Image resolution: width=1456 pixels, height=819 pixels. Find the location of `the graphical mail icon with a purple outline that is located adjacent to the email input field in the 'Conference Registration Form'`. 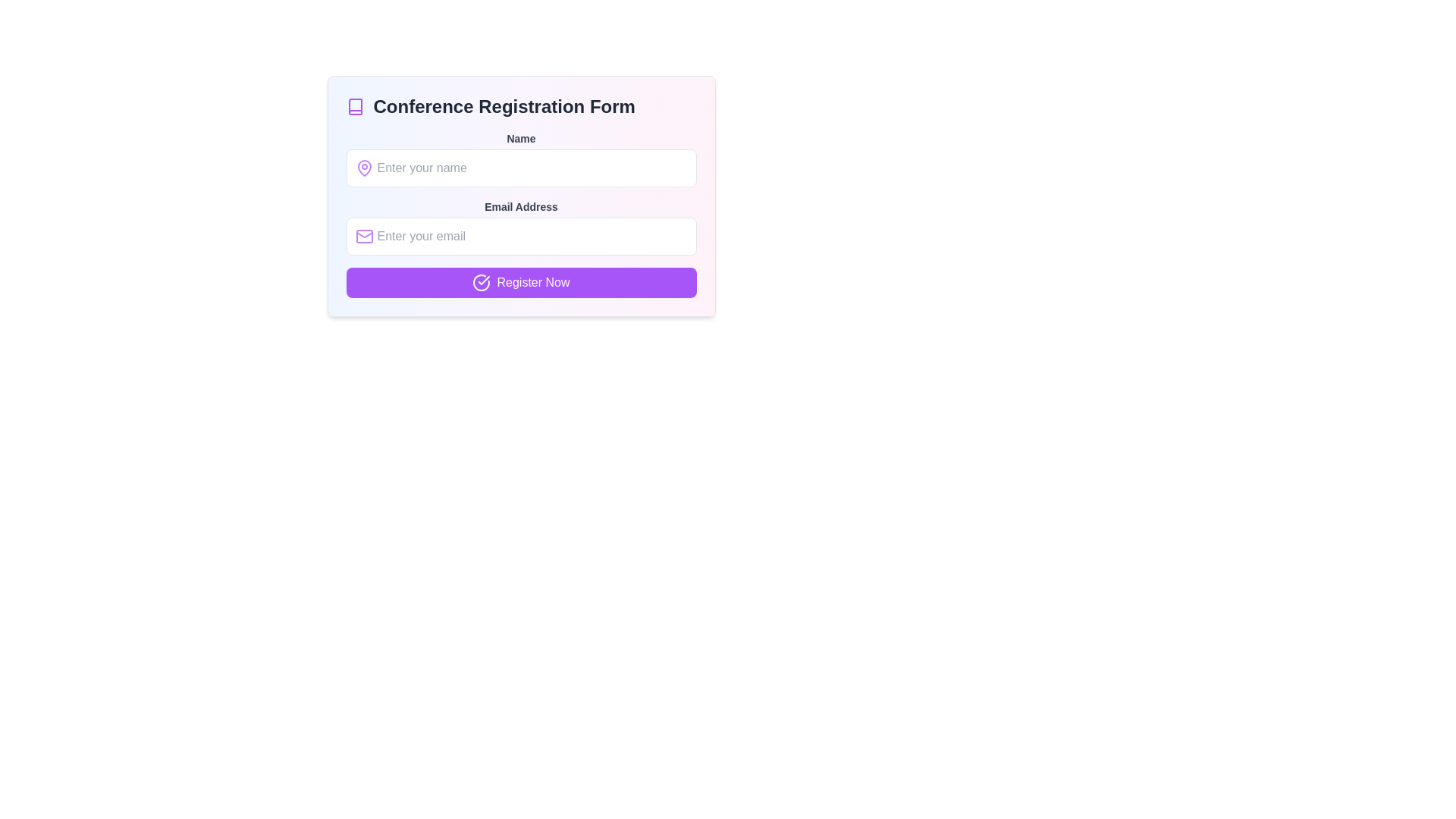

the graphical mail icon with a purple outline that is located adjacent to the email input field in the 'Conference Registration Form' is located at coordinates (364, 237).